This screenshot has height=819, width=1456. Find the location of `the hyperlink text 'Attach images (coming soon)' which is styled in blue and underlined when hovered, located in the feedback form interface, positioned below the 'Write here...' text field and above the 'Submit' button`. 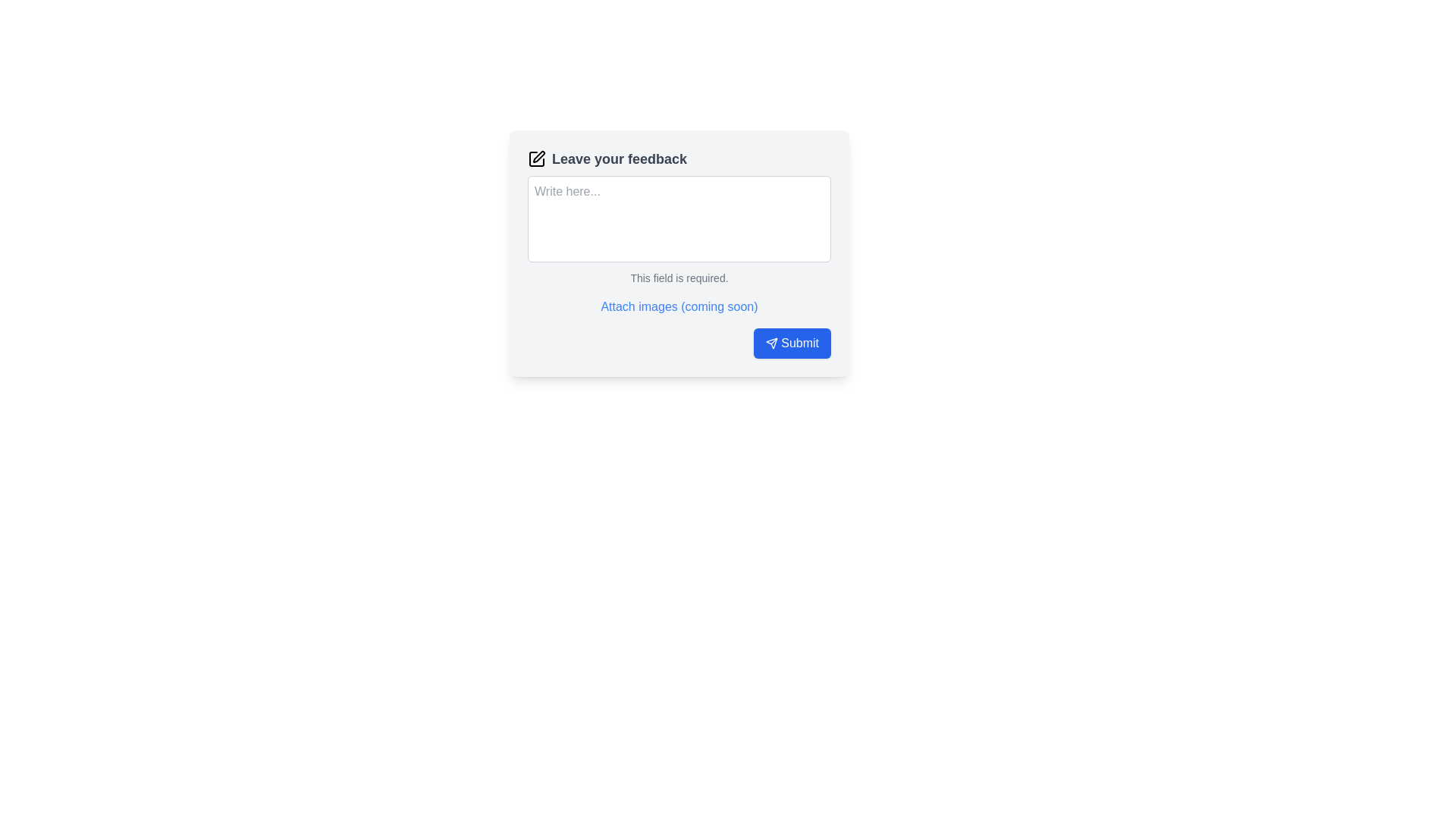

the hyperlink text 'Attach images (coming soon)' which is styled in blue and underlined when hovered, located in the feedback form interface, positioned below the 'Write here...' text field and above the 'Submit' button is located at coordinates (679, 307).